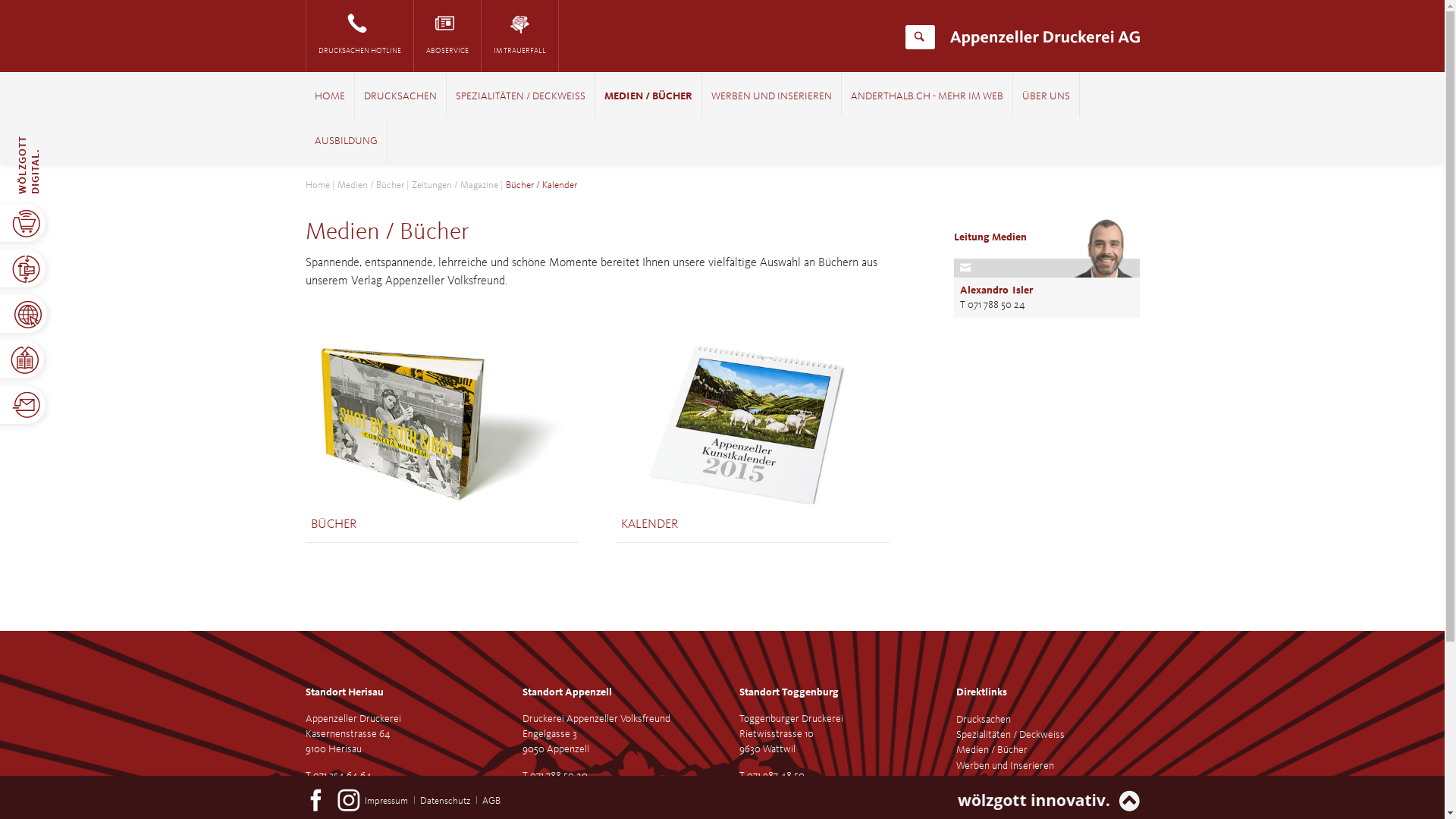  What do you see at coordinates (918, 36) in the screenshot?
I see `'Suchen'` at bounding box center [918, 36].